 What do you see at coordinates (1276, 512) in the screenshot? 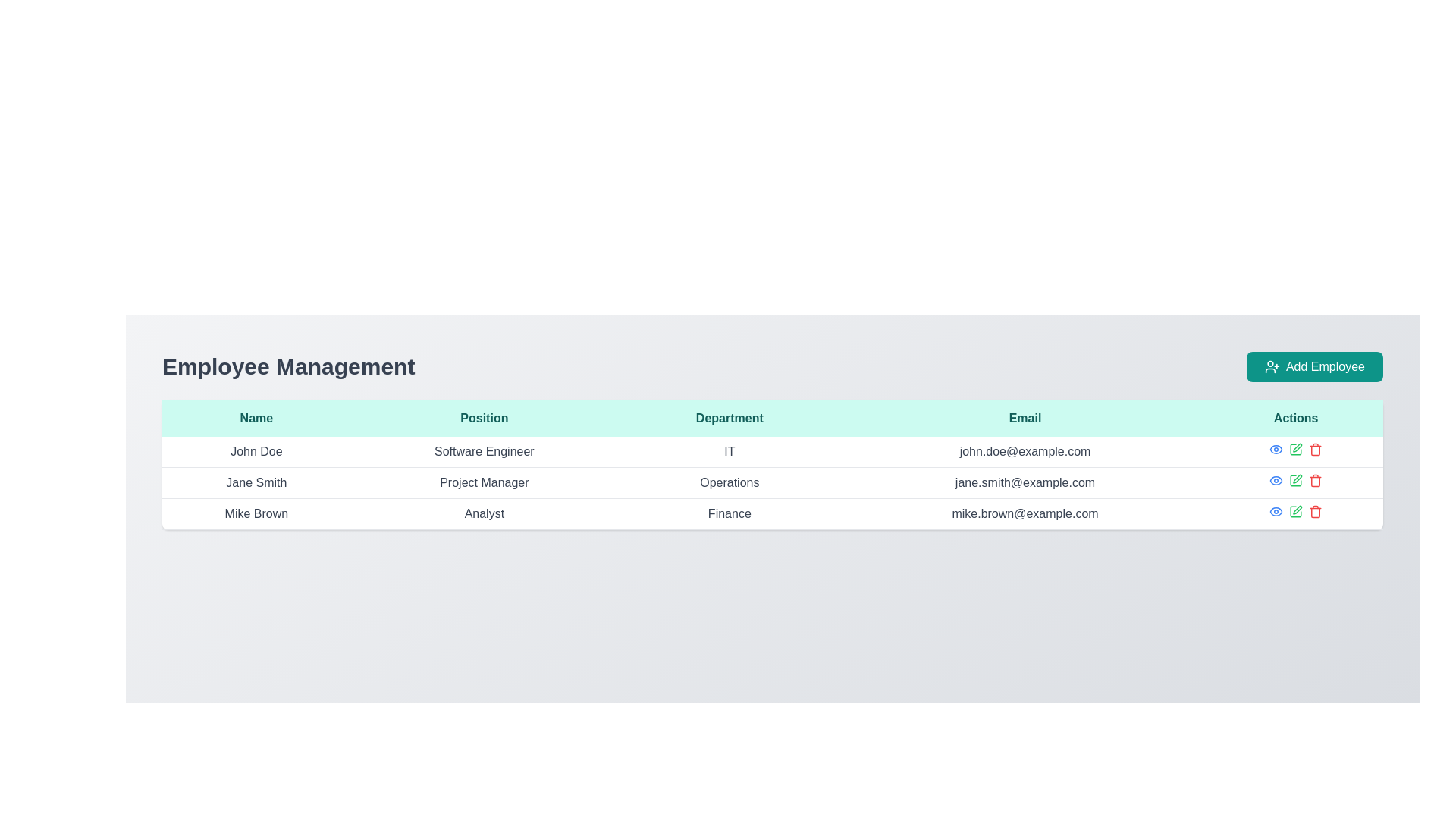
I see `the button in the Actions column for the employee 'Mike Brown'` at bounding box center [1276, 512].